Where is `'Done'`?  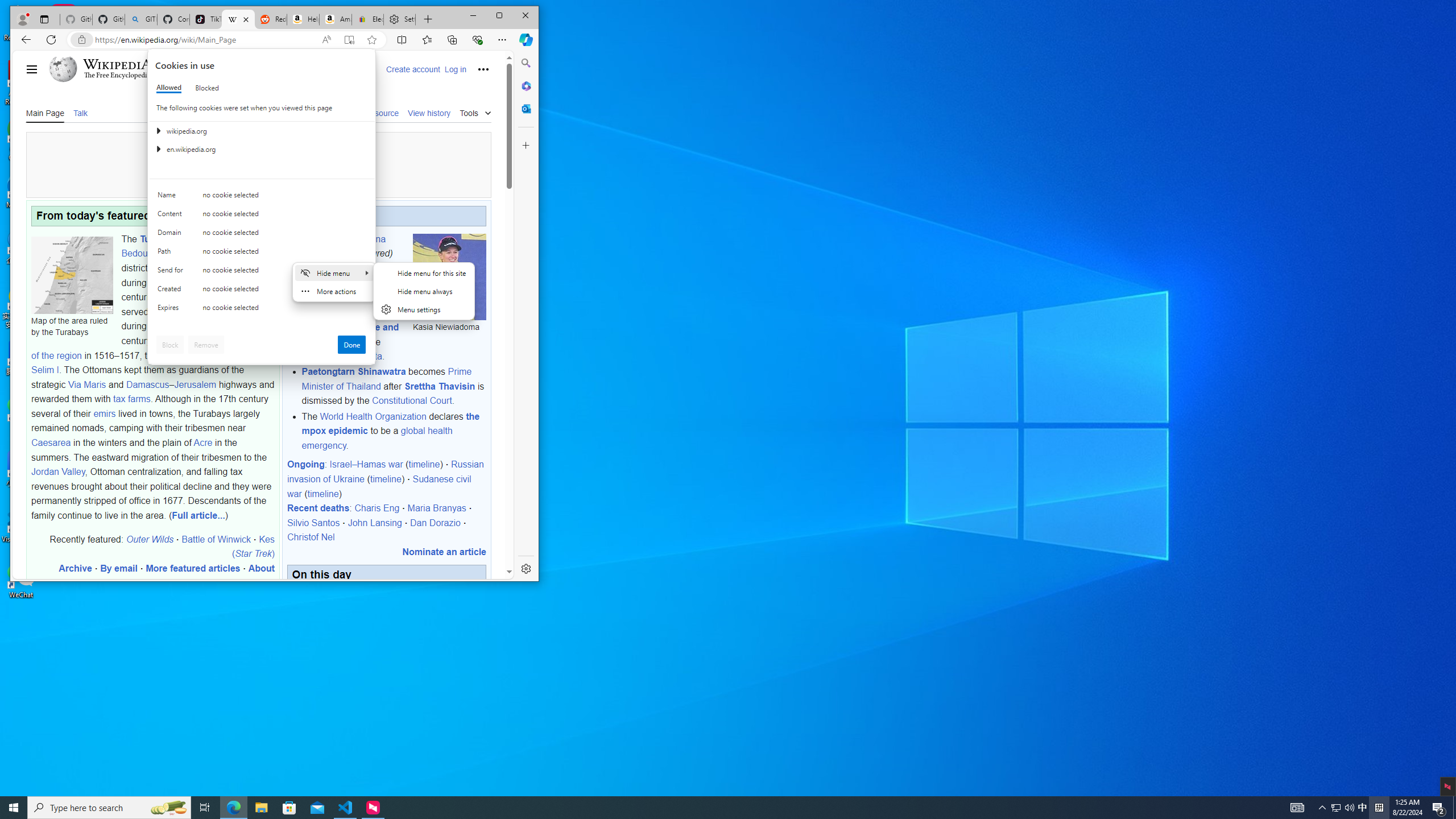
'Done' is located at coordinates (351, 344).